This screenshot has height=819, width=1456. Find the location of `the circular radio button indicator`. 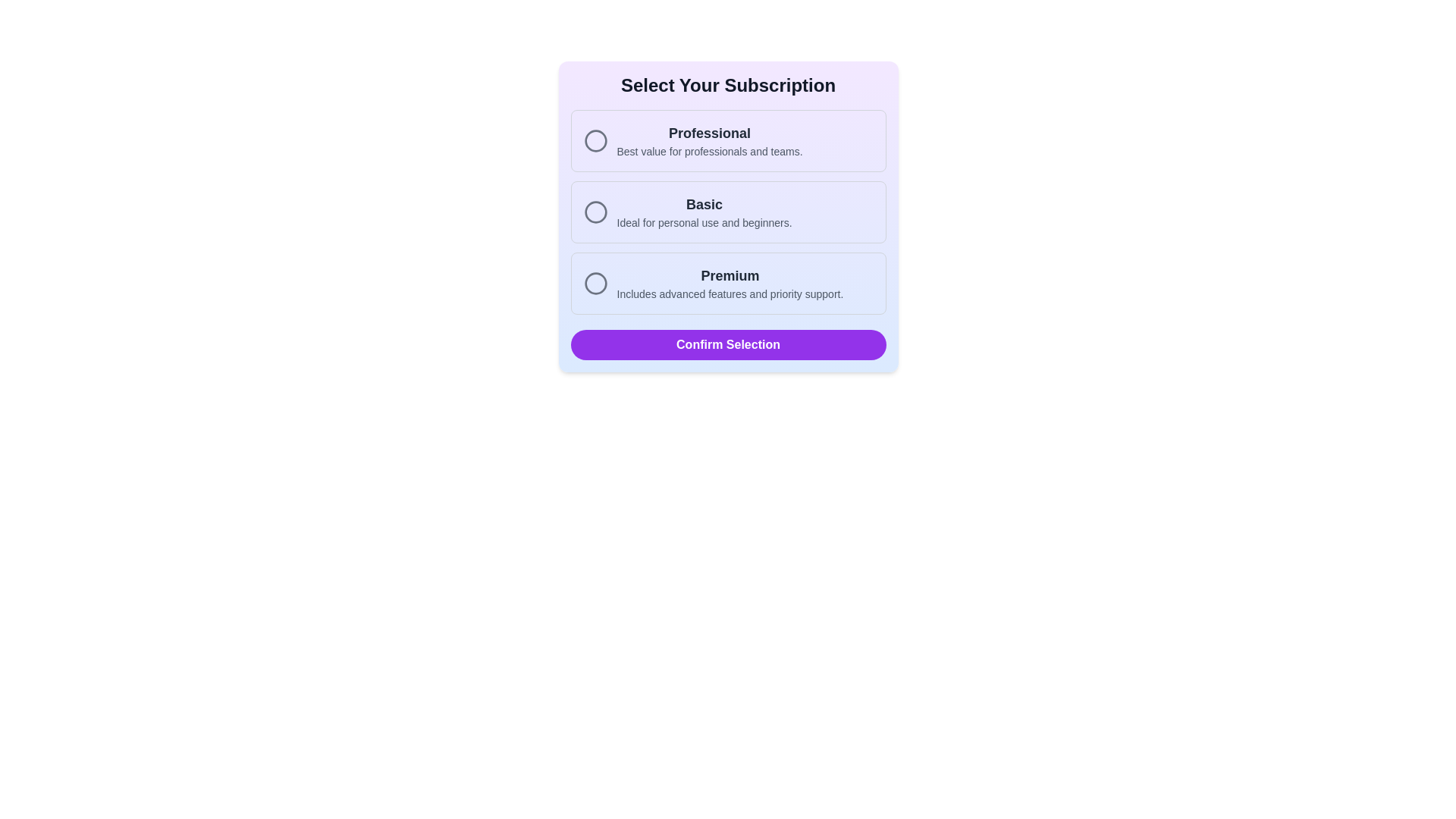

the circular radio button indicator is located at coordinates (595, 284).